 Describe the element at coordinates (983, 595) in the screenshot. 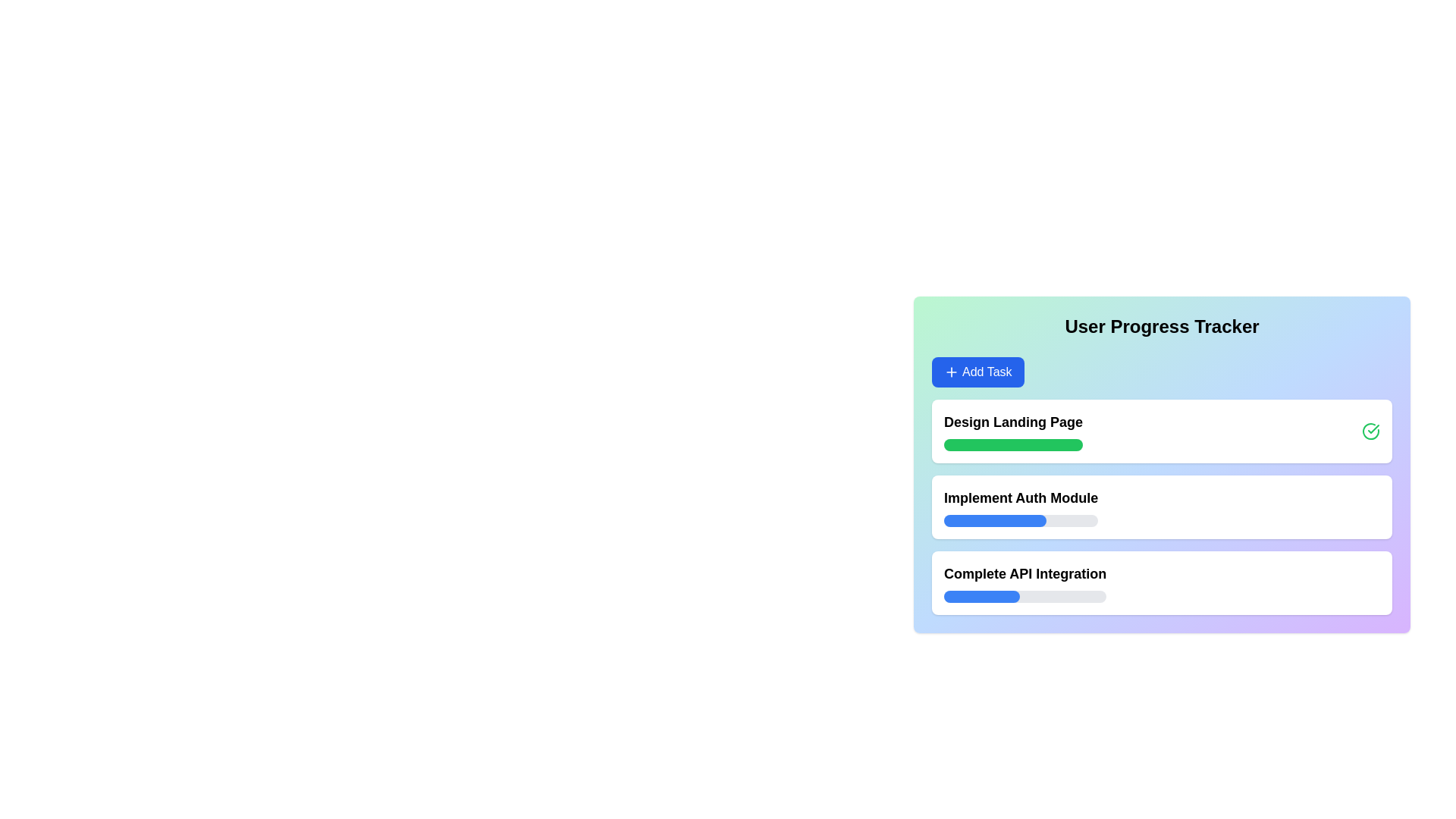

I see `the progress bar completion` at that location.